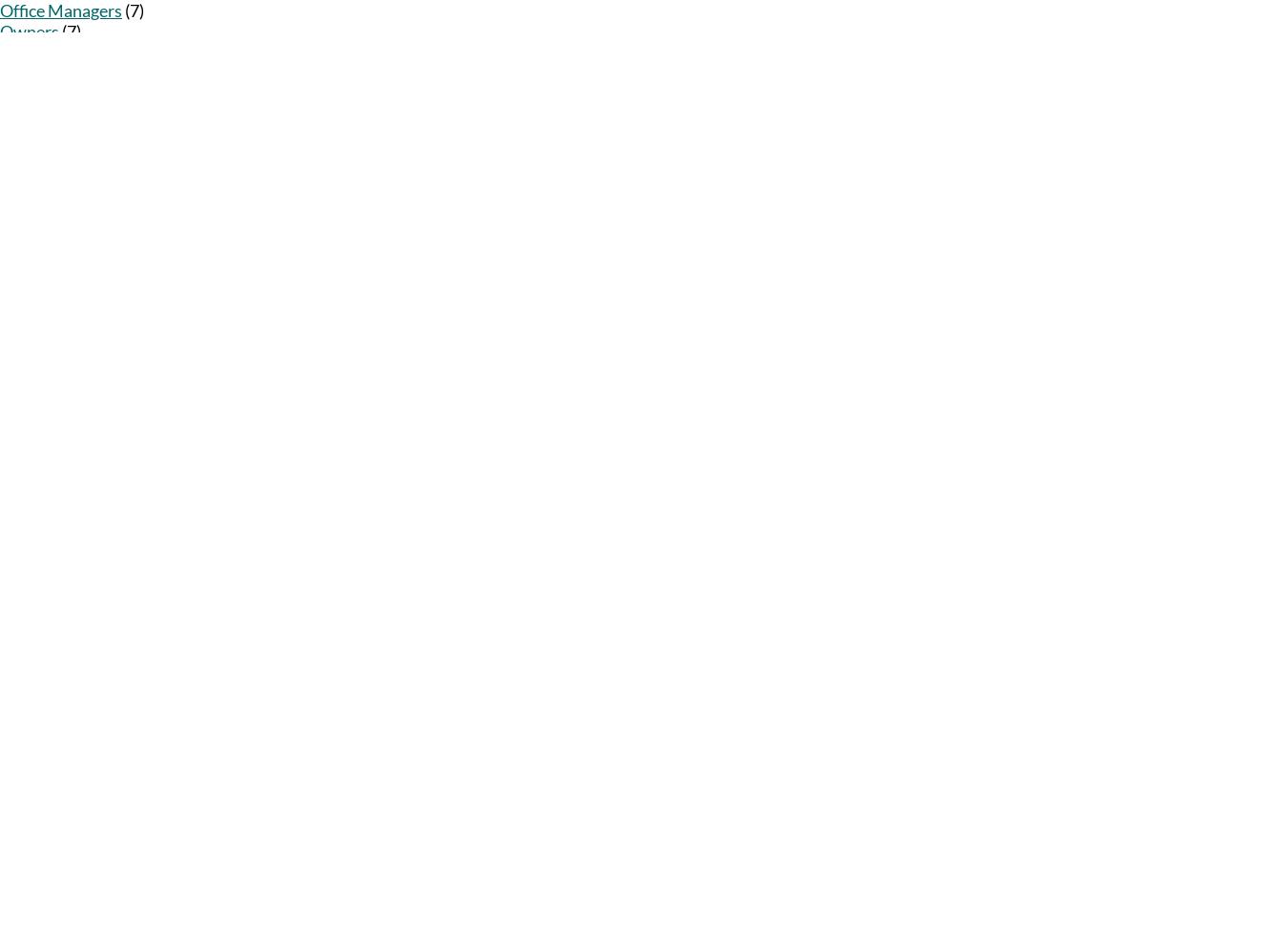 The image size is (1288, 938). I want to click on 'RSS Feed', so click(26, 715).